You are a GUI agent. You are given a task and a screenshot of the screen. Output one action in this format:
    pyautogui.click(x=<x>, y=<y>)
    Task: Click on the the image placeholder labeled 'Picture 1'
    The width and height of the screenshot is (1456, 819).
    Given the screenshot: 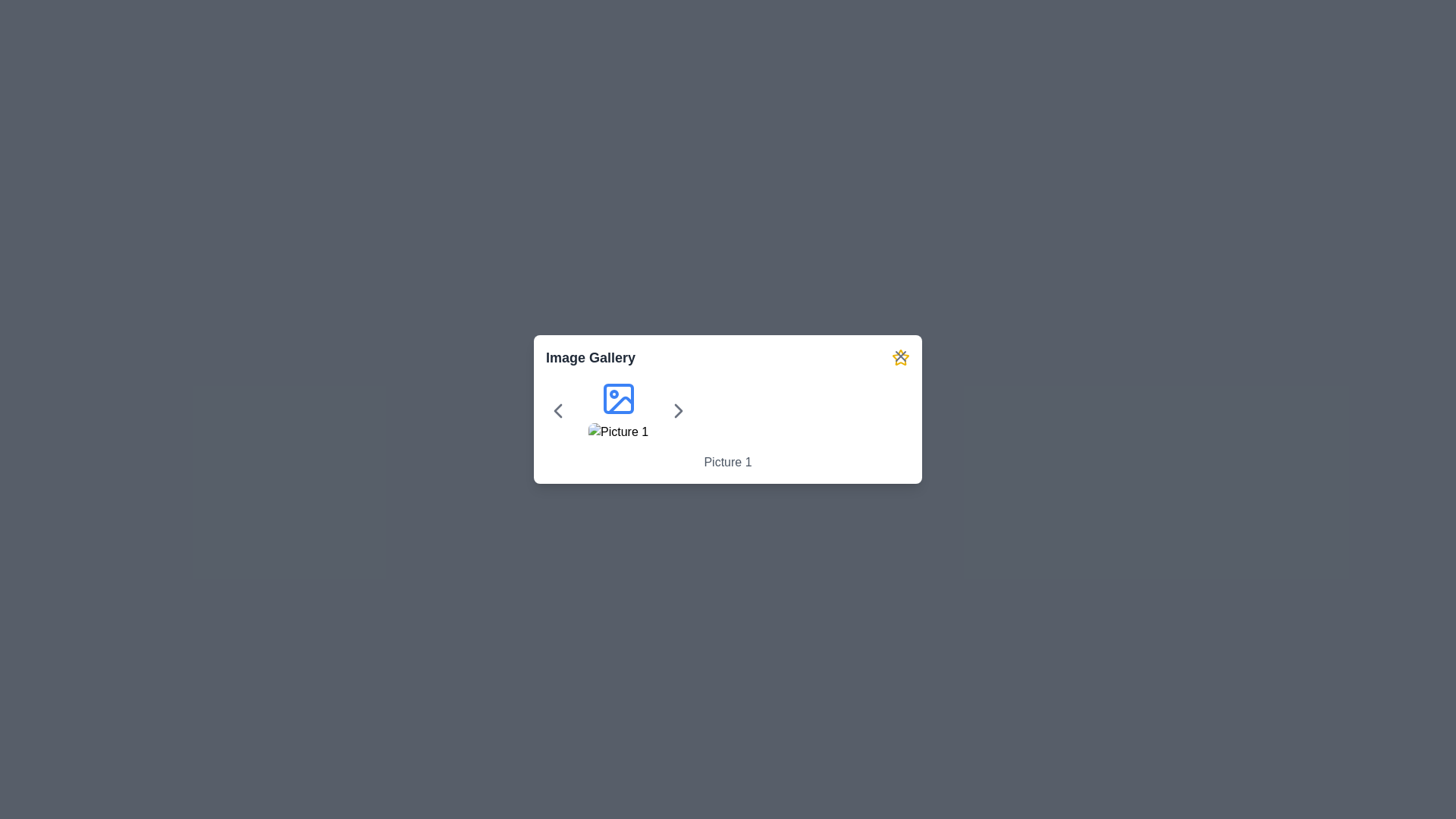 What is the action you would take?
    pyautogui.click(x=618, y=411)
    